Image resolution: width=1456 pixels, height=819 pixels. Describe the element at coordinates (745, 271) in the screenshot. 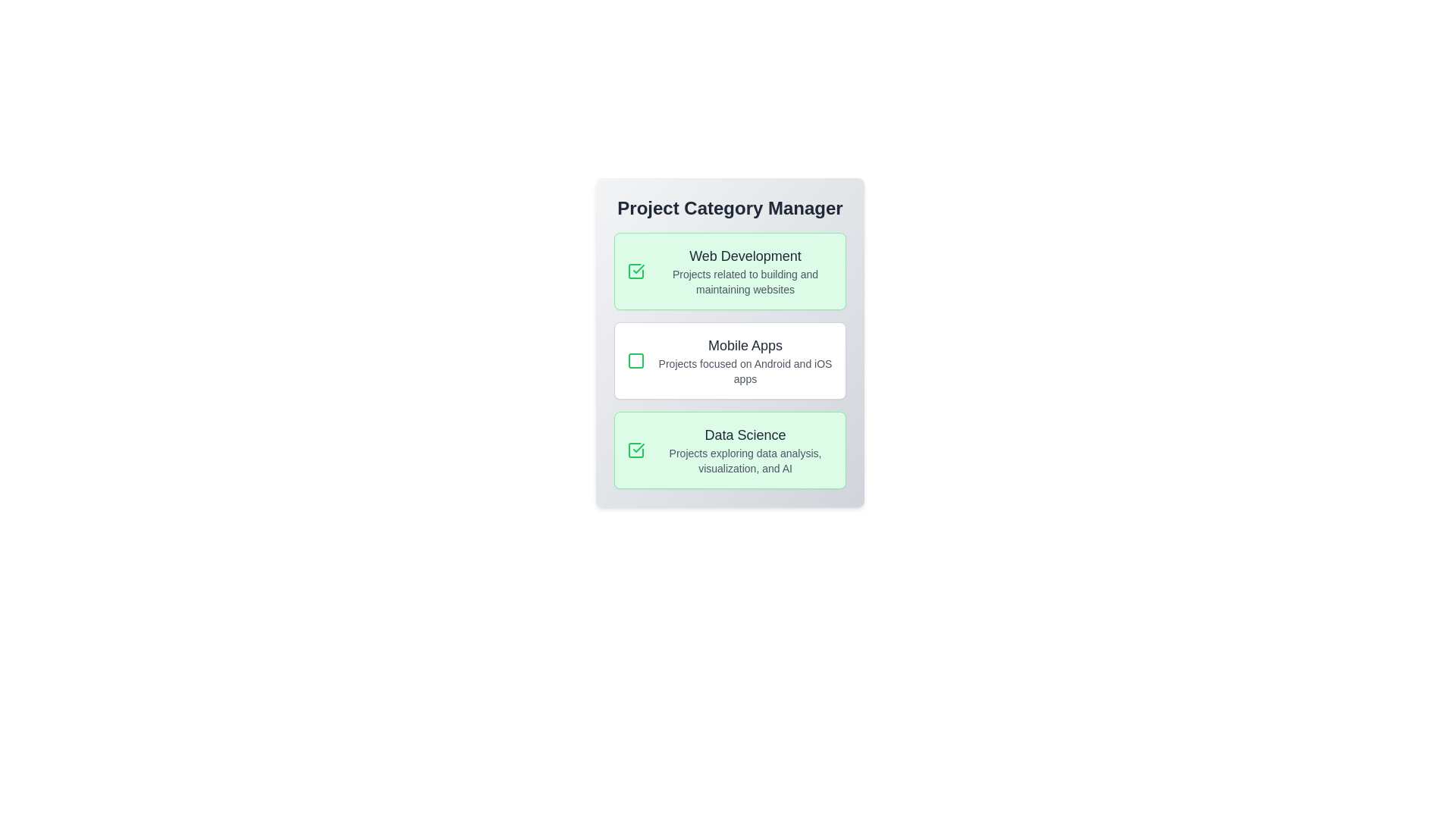

I see `the 'Web Development' textual category label, which features bold text on the top line and lighter text on the bottom line, set against a light green background` at that location.